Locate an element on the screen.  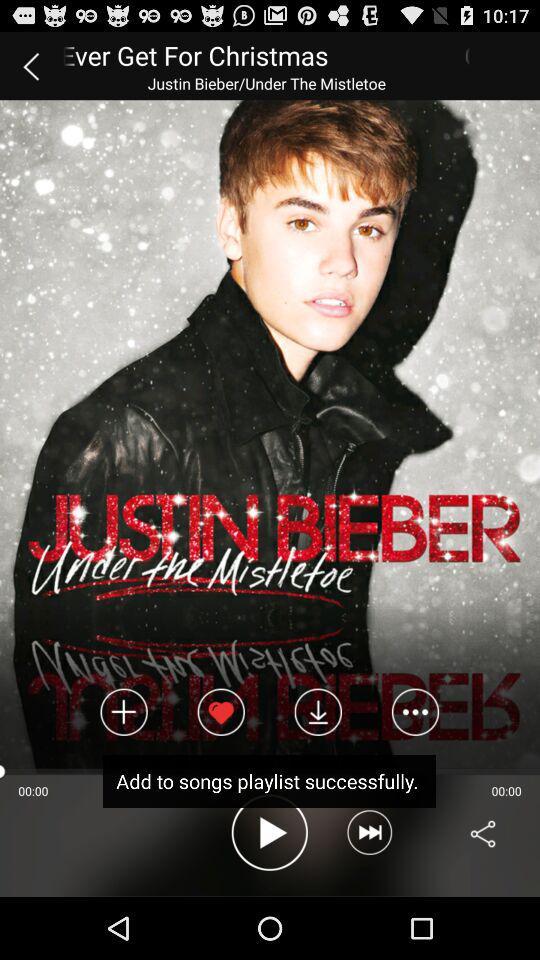
the add icon is located at coordinates (124, 761).